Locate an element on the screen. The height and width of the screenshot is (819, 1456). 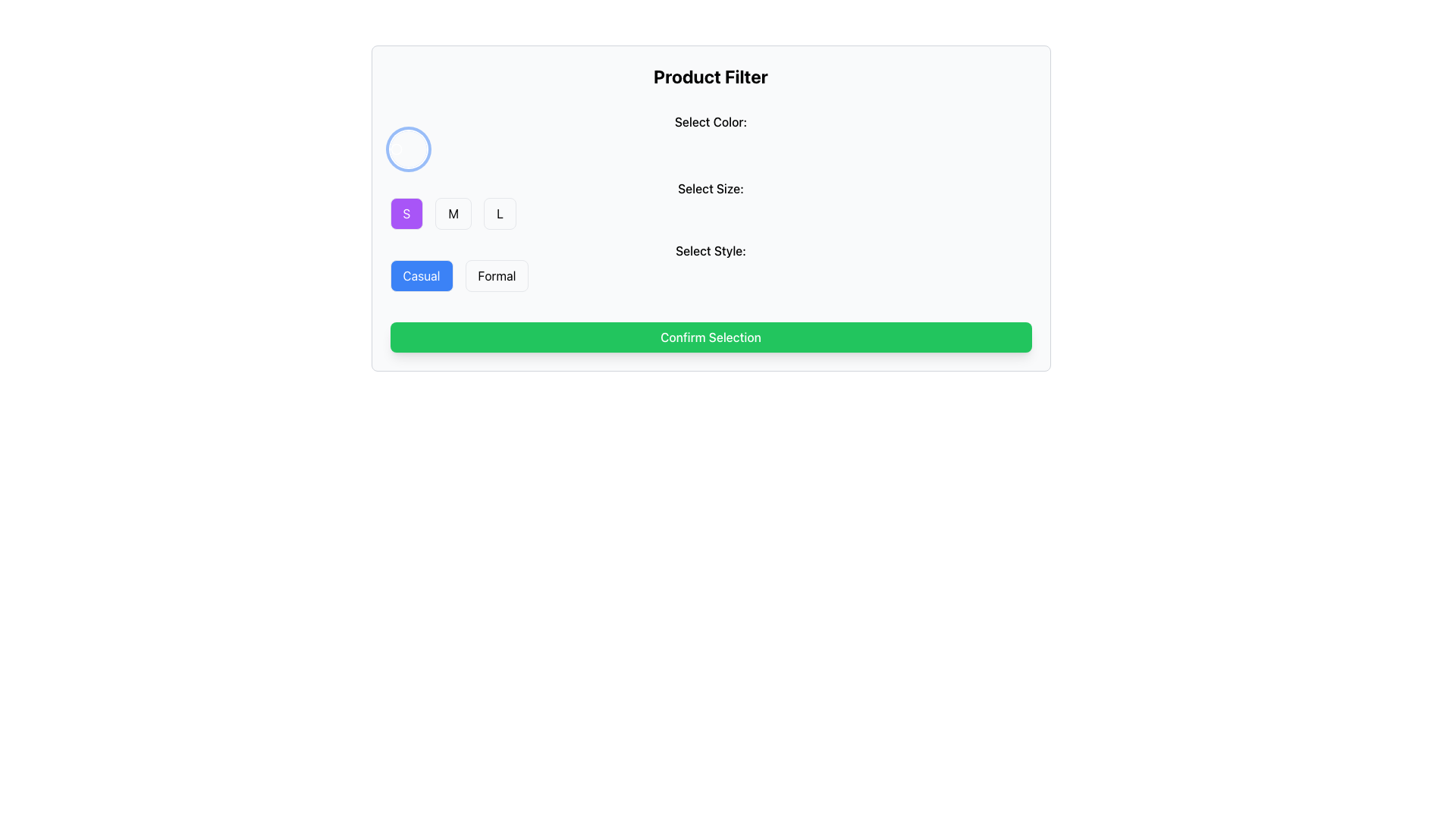
the header text element of the filtering section is located at coordinates (710, 76).